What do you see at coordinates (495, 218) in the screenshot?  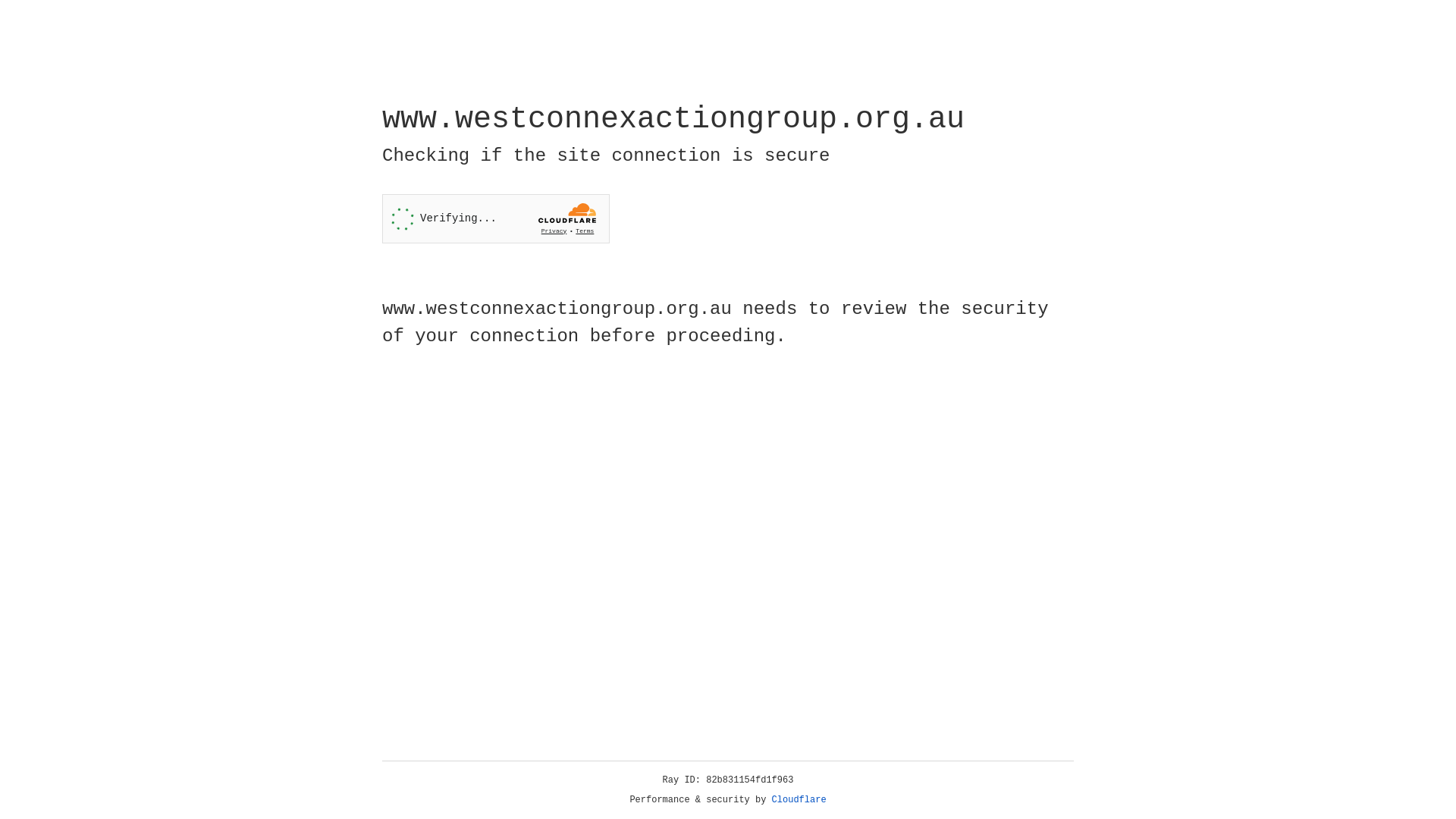 I see `'Widget containing a Cloudflare security challenge'` at bounding box center [495, 218].